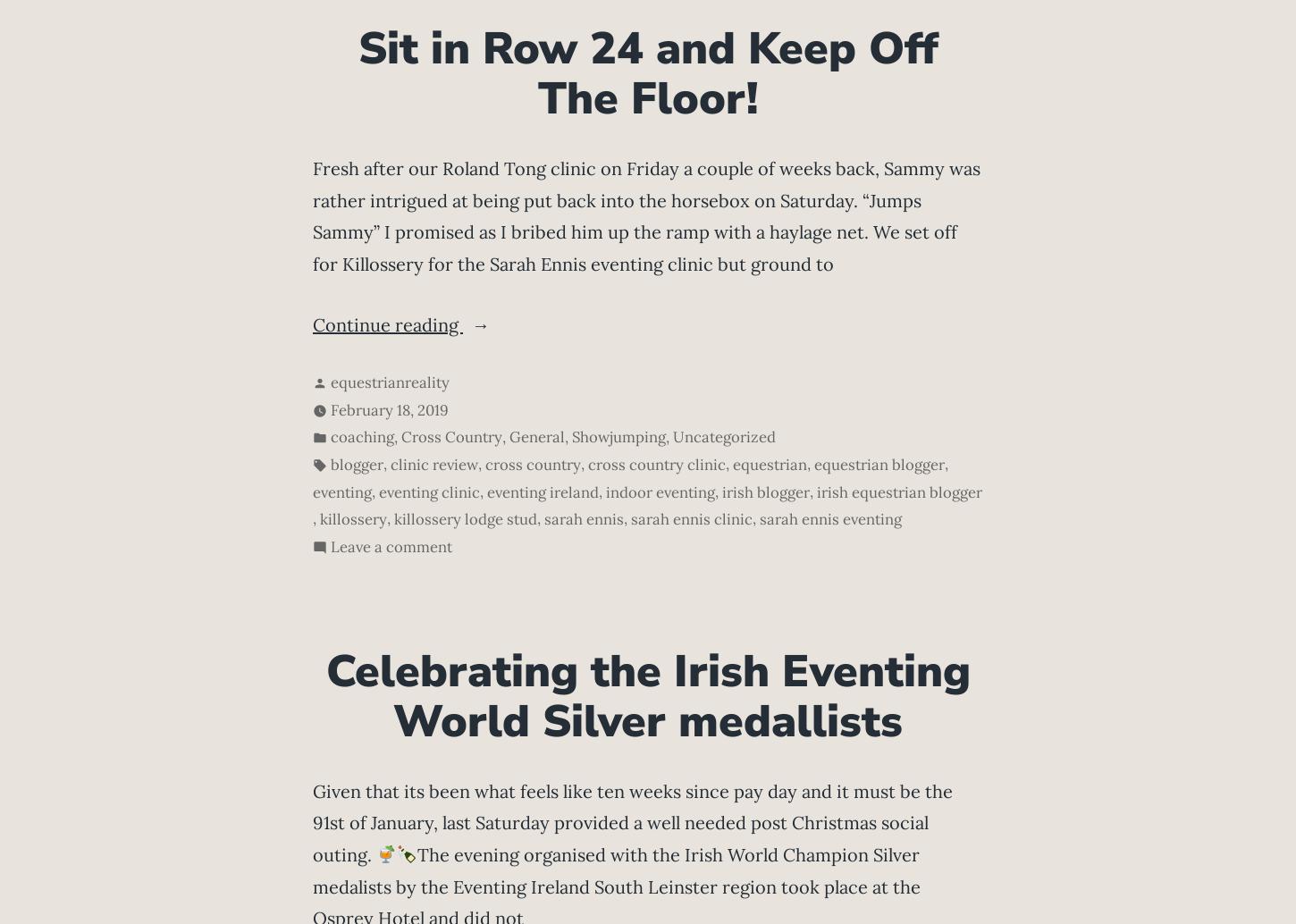  Describe the element at coordinates (537, 435) in the screenshot. I see `'General'` at that location.